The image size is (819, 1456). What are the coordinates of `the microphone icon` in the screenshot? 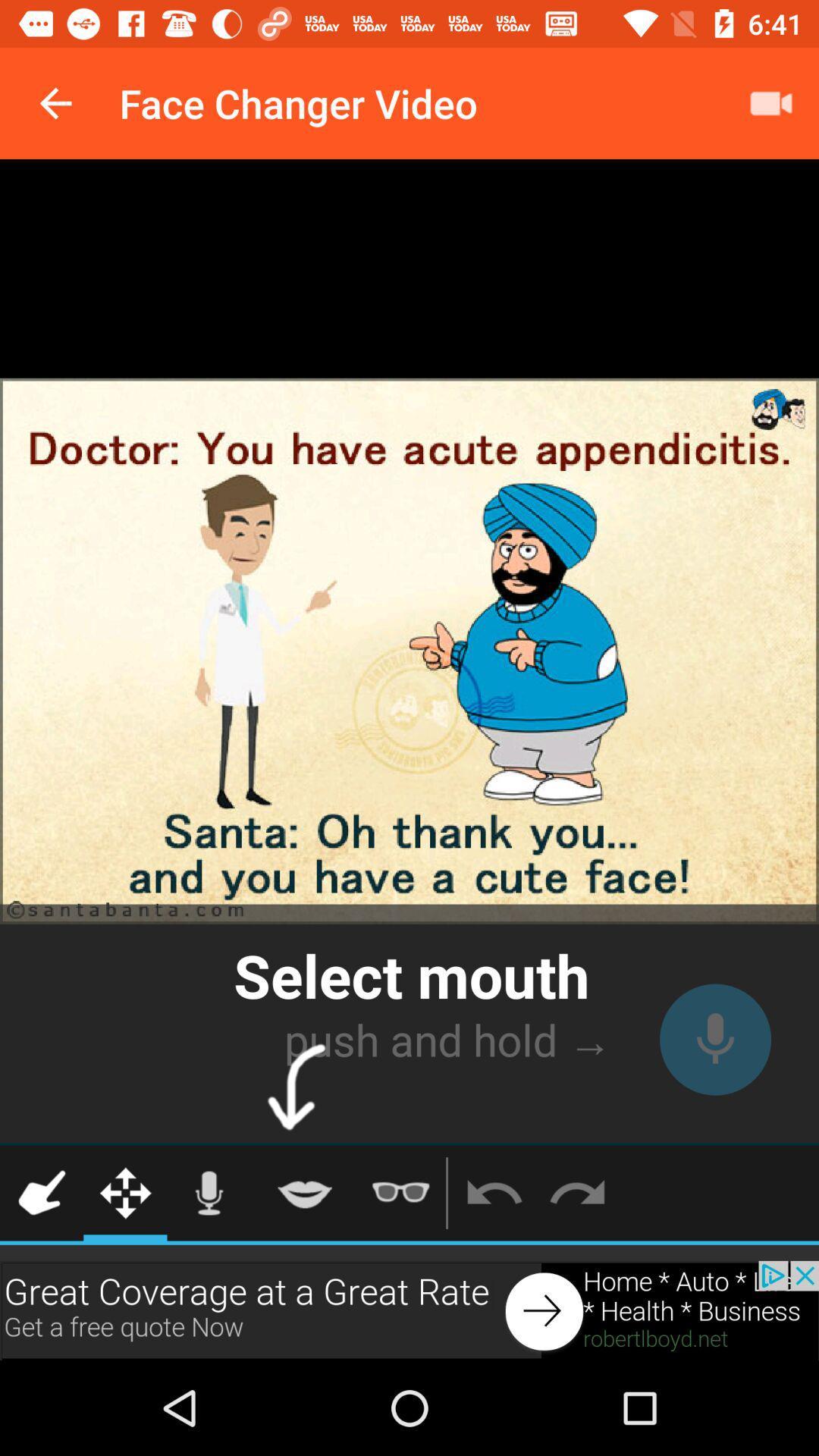 It's located at (209, 1192).